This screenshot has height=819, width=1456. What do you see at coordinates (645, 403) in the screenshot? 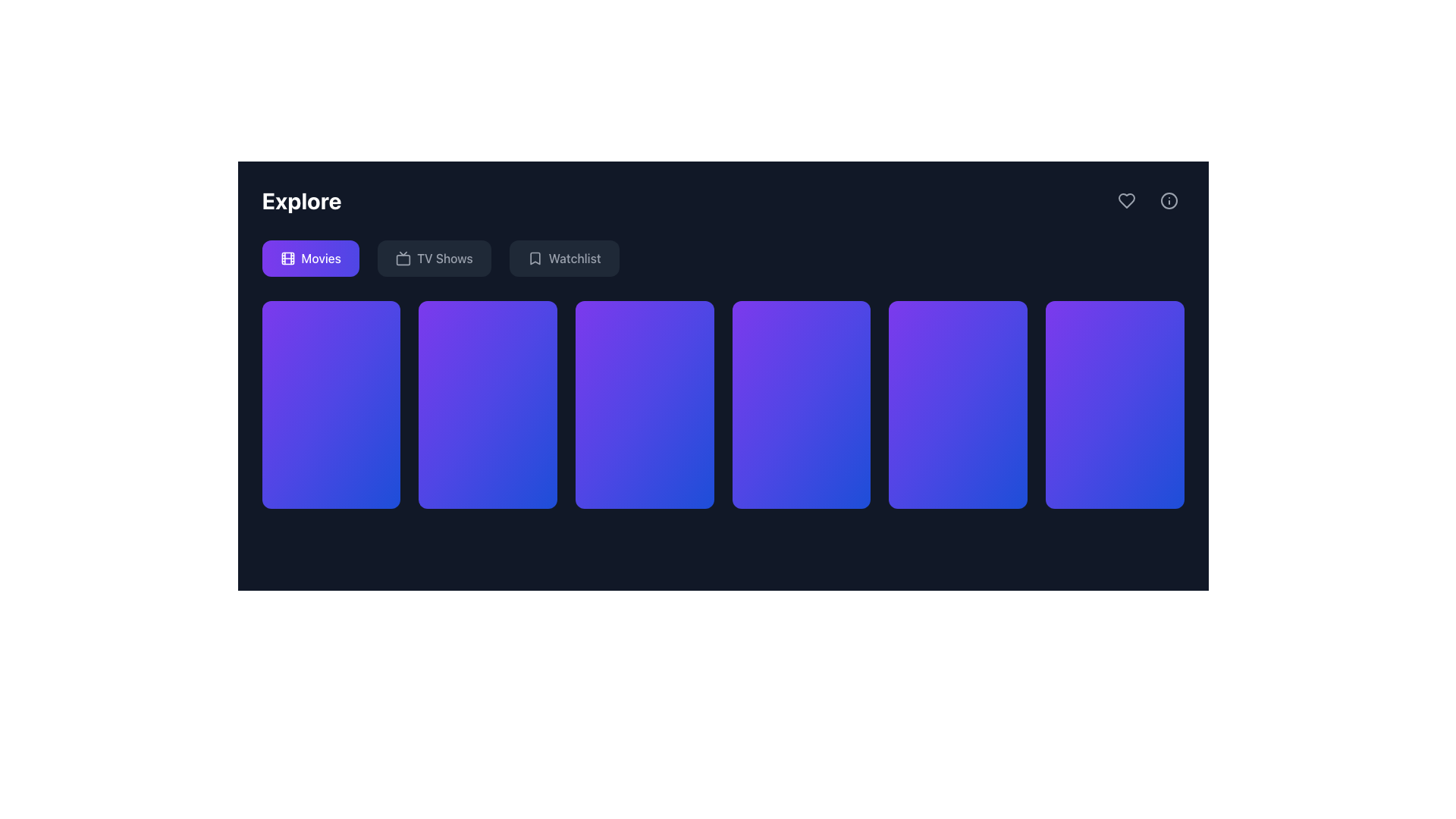
I see `the fourth clickable grid item with a gradient background transitioning from purple to blue, which is centrally located in the grid layout below the navigation tabs` at bounding box center [645, 403].